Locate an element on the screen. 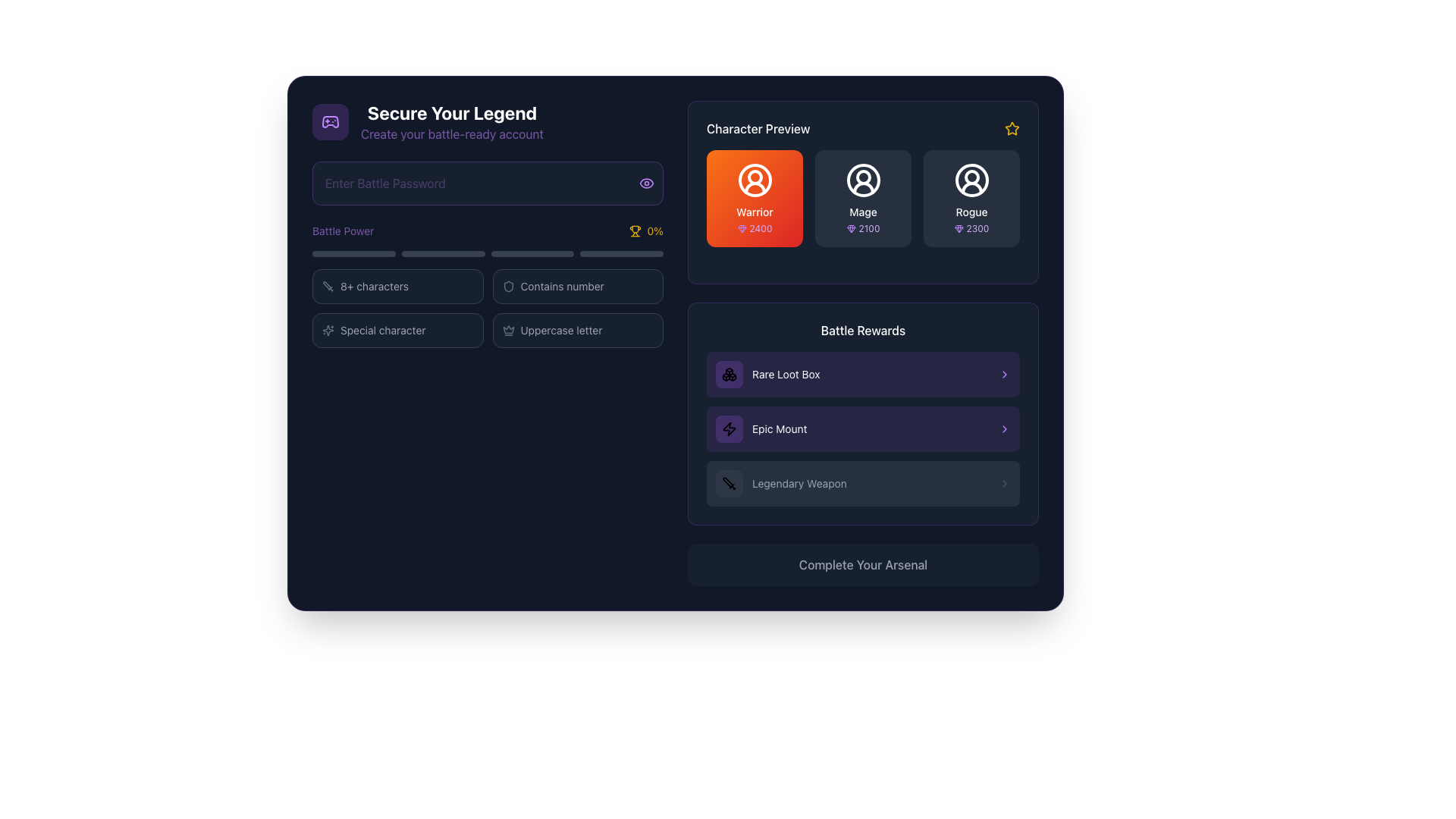 The width and height of the screenshot is (1456, 819). the 'Epic Mount' reward option, which is the second item in the list of battle rewards is located at coordinates (761, 429).